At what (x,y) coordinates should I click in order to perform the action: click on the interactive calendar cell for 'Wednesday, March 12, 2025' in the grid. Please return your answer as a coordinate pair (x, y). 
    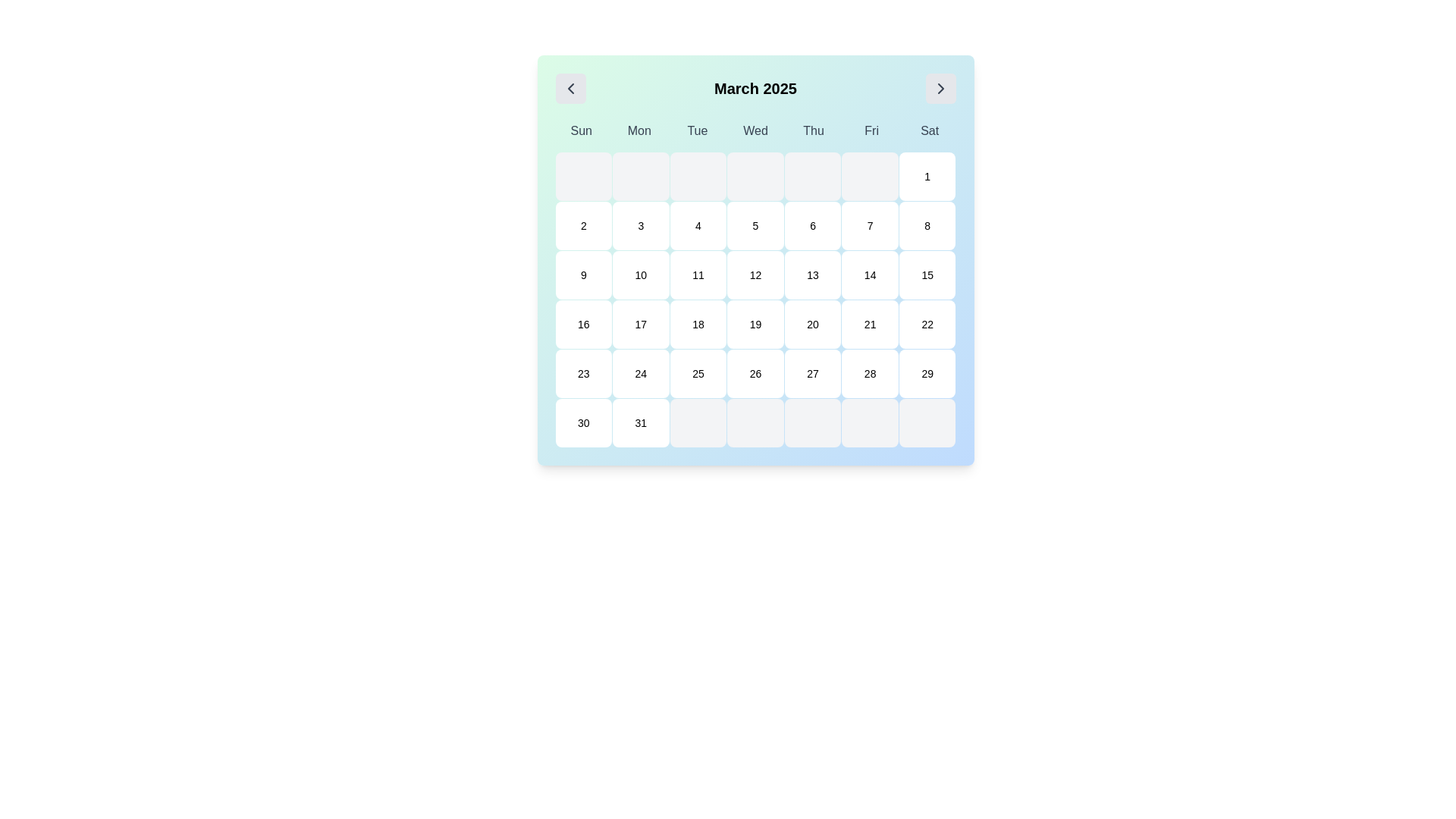
    Looking at the image, I should click on (755, 300).